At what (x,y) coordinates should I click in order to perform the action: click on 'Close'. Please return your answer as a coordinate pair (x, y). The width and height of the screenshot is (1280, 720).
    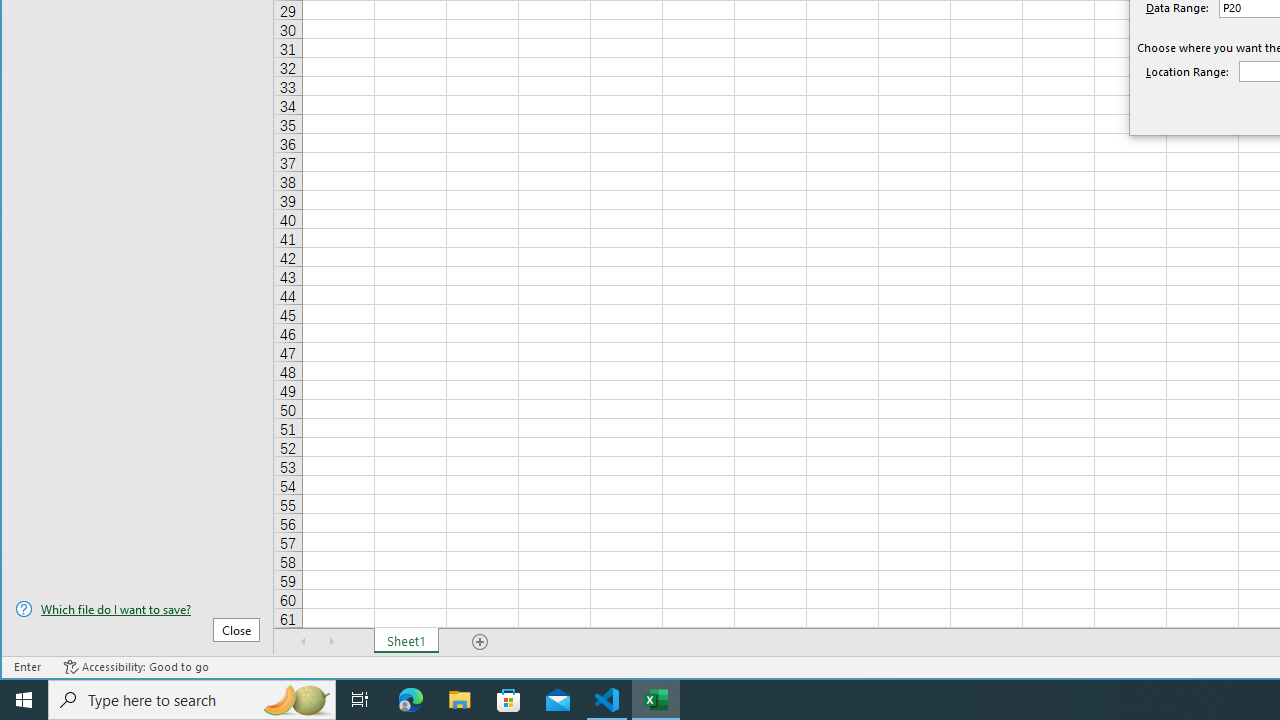
    Looking at the image, I should click on (236, 630).